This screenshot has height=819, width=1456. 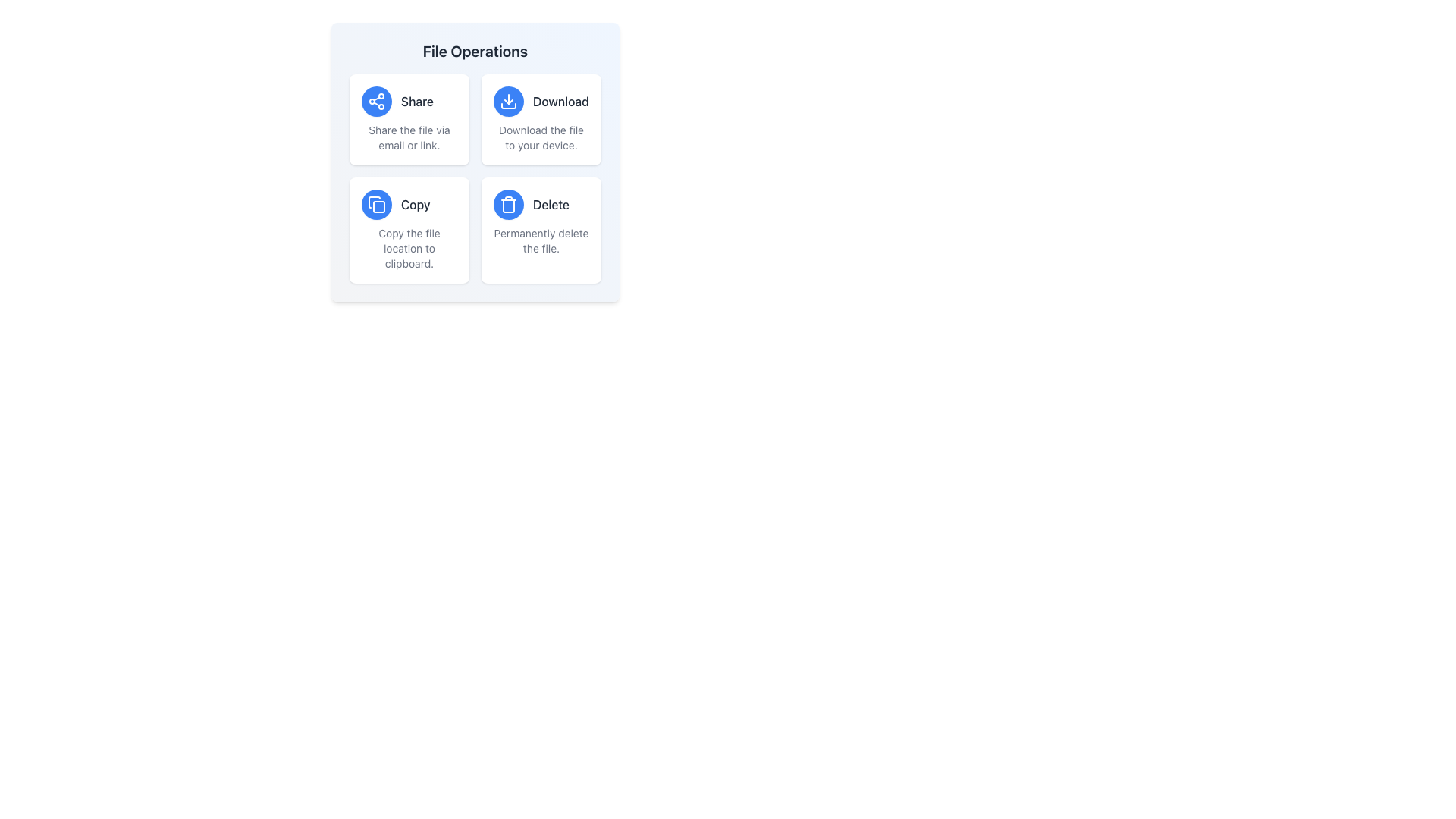 What do you see at coordinates (541, 205) in the screenshot?
I see `the 'Delete' label, which is displayed in bold font and has a blue circular icon with a white trash can symbol` at bounding box center [541, 205].